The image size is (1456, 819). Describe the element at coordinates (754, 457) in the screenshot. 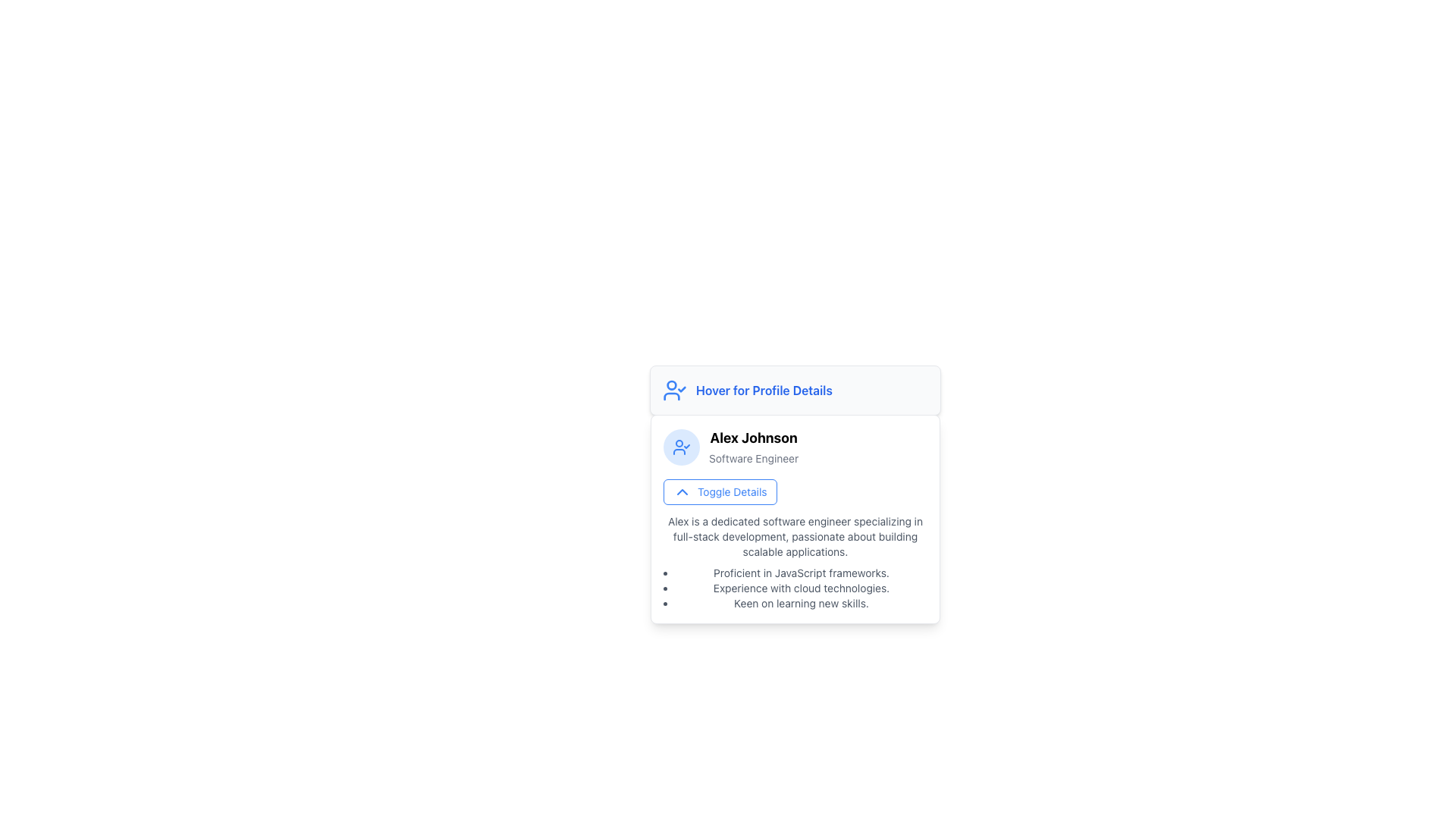

I see `the static text element displaying 'Software Engineer', which is located directly beneath the bold text 'Alex Johnson' in a profile card` at that location.